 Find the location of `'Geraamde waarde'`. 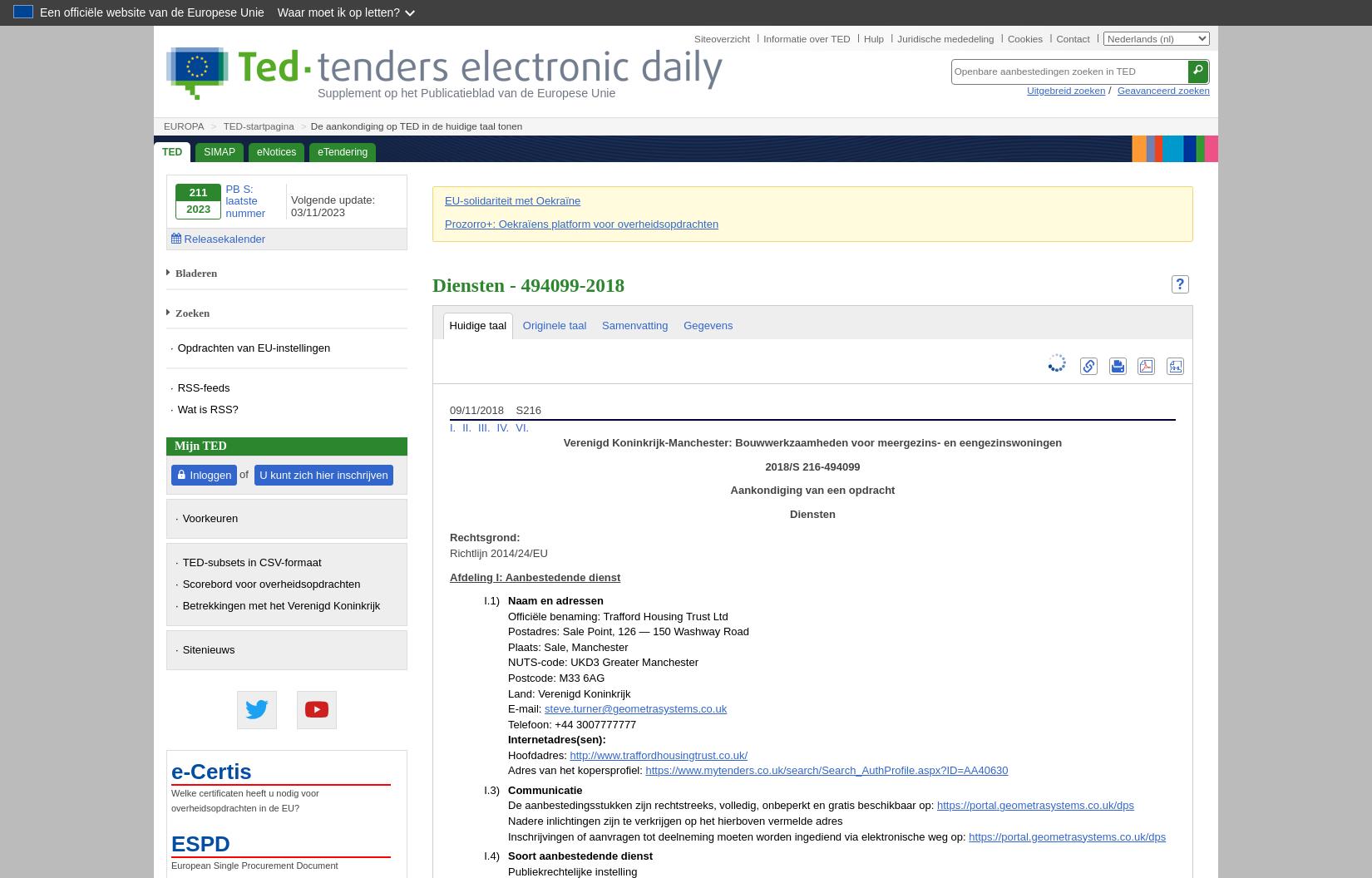

'Geraamde waarde' is located at coordinates (506, 362).